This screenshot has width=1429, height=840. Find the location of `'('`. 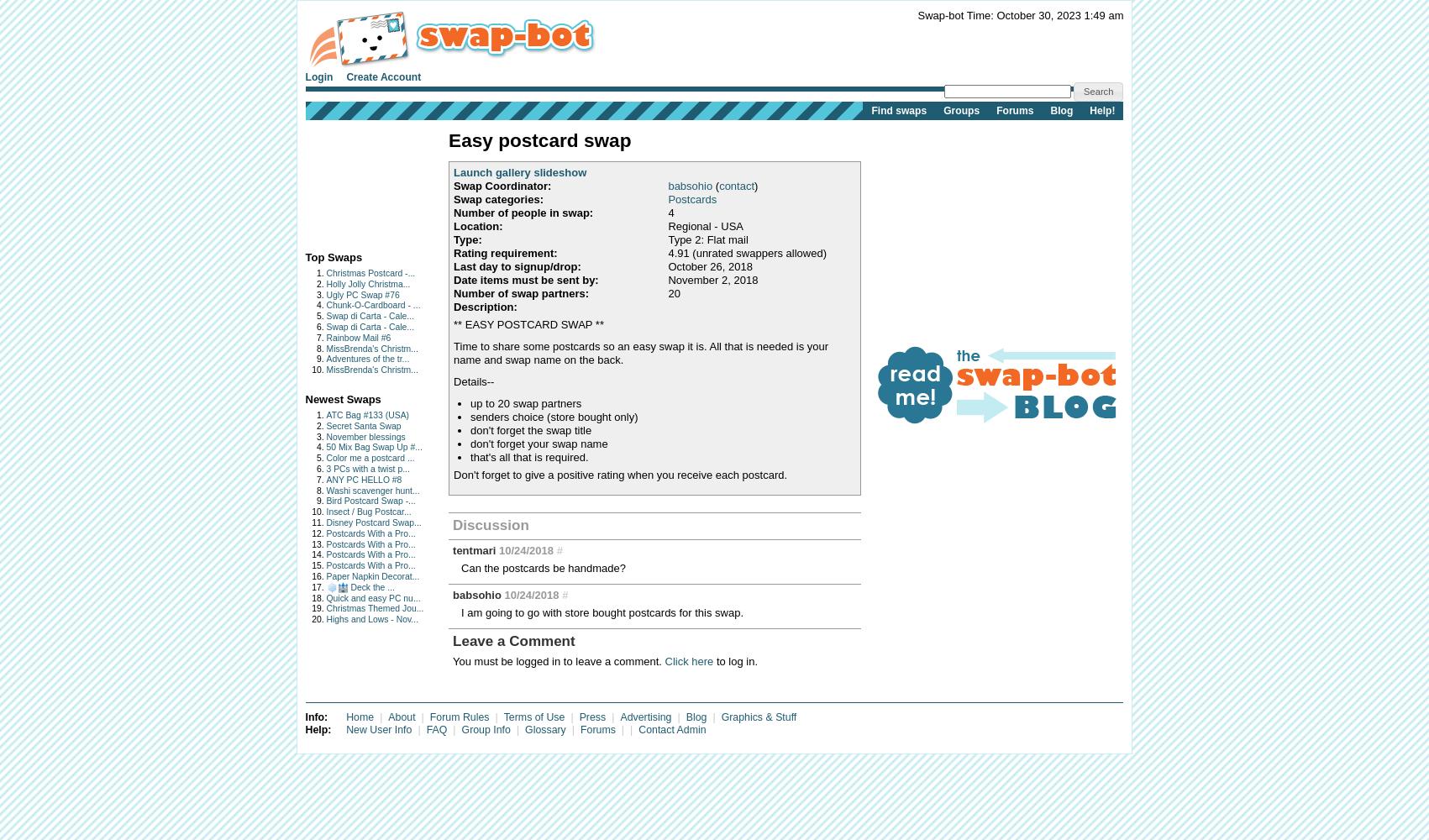

'(' is located at coordinates (715, 184).